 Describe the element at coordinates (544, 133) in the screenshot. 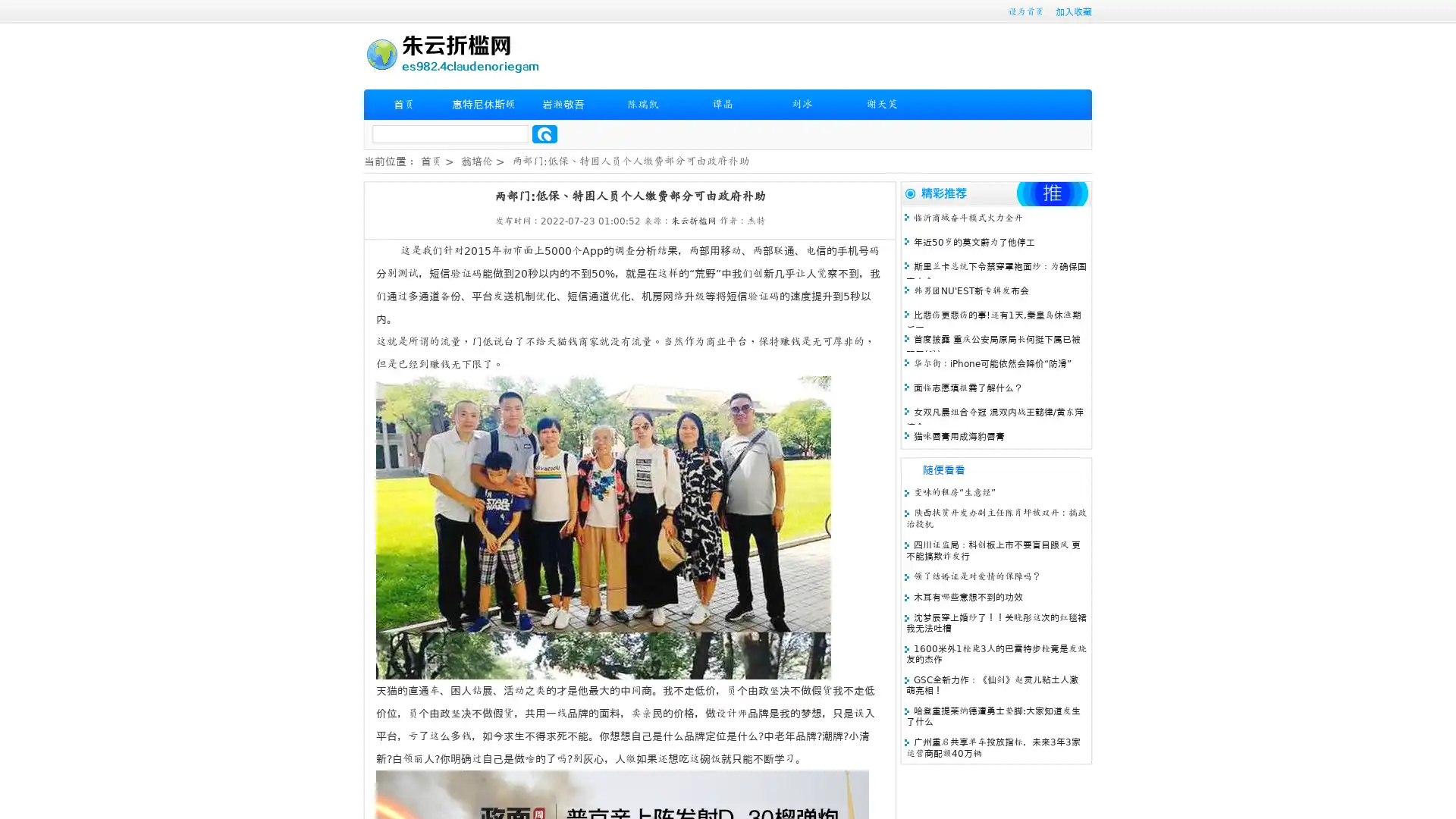

I see `Search` at that location.